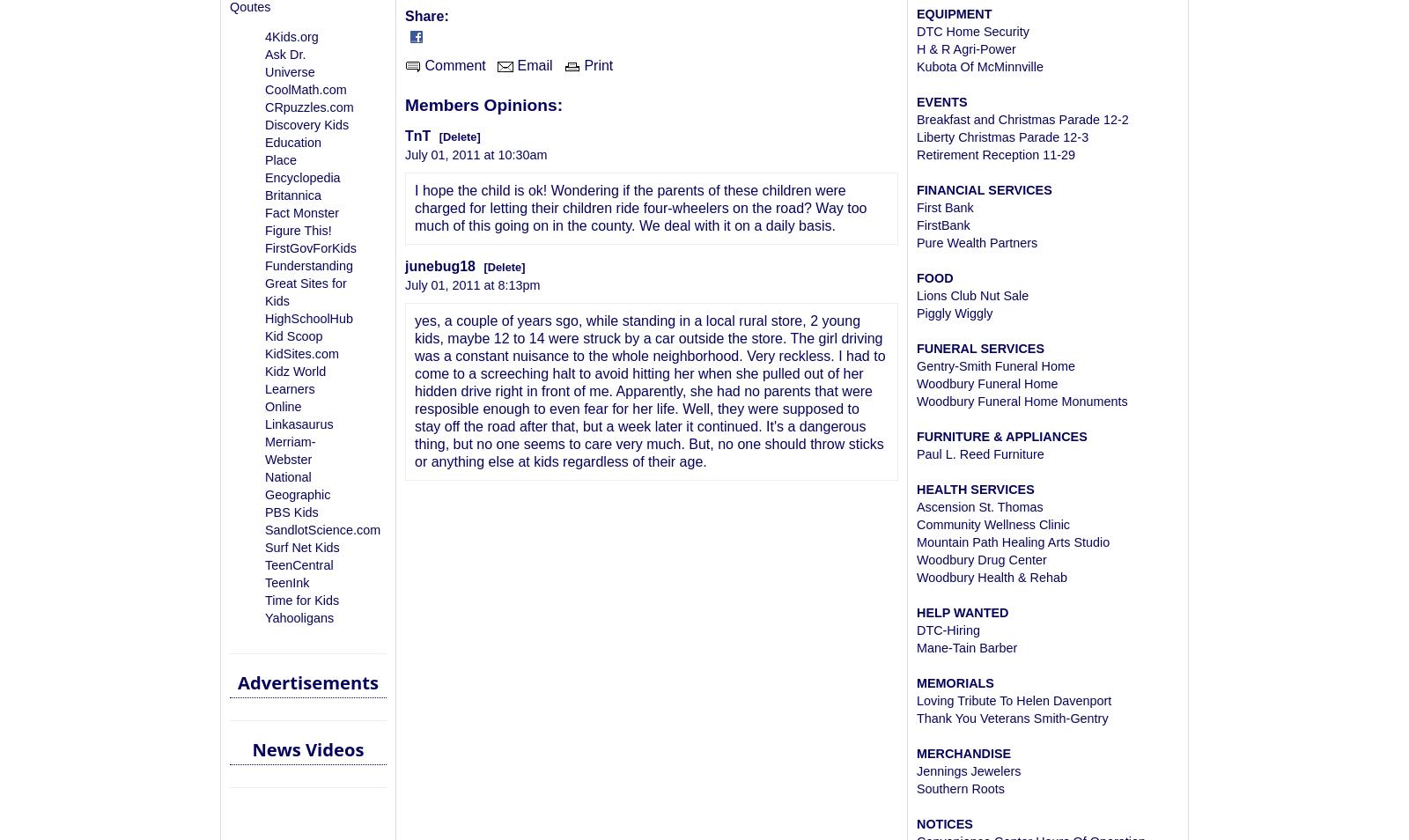 The width and height of the screenshot is (1409, 840). Describe the element at coordinates (986, 383) in the screenshot. I see `'Woodbury Funeral Home'` at that location.